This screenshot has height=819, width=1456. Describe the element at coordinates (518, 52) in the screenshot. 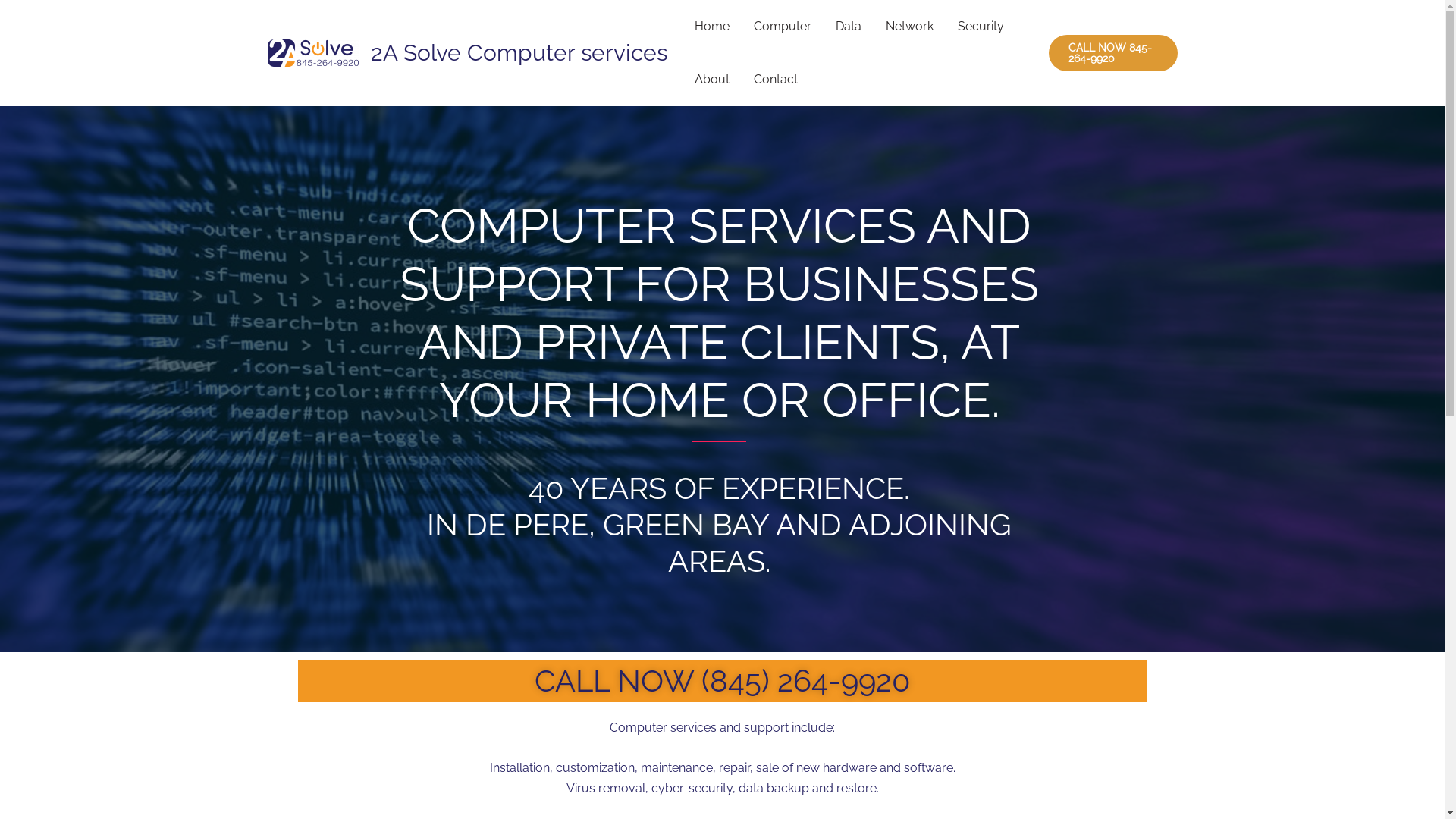

I see `'2A Solve Computer services'` at that location.